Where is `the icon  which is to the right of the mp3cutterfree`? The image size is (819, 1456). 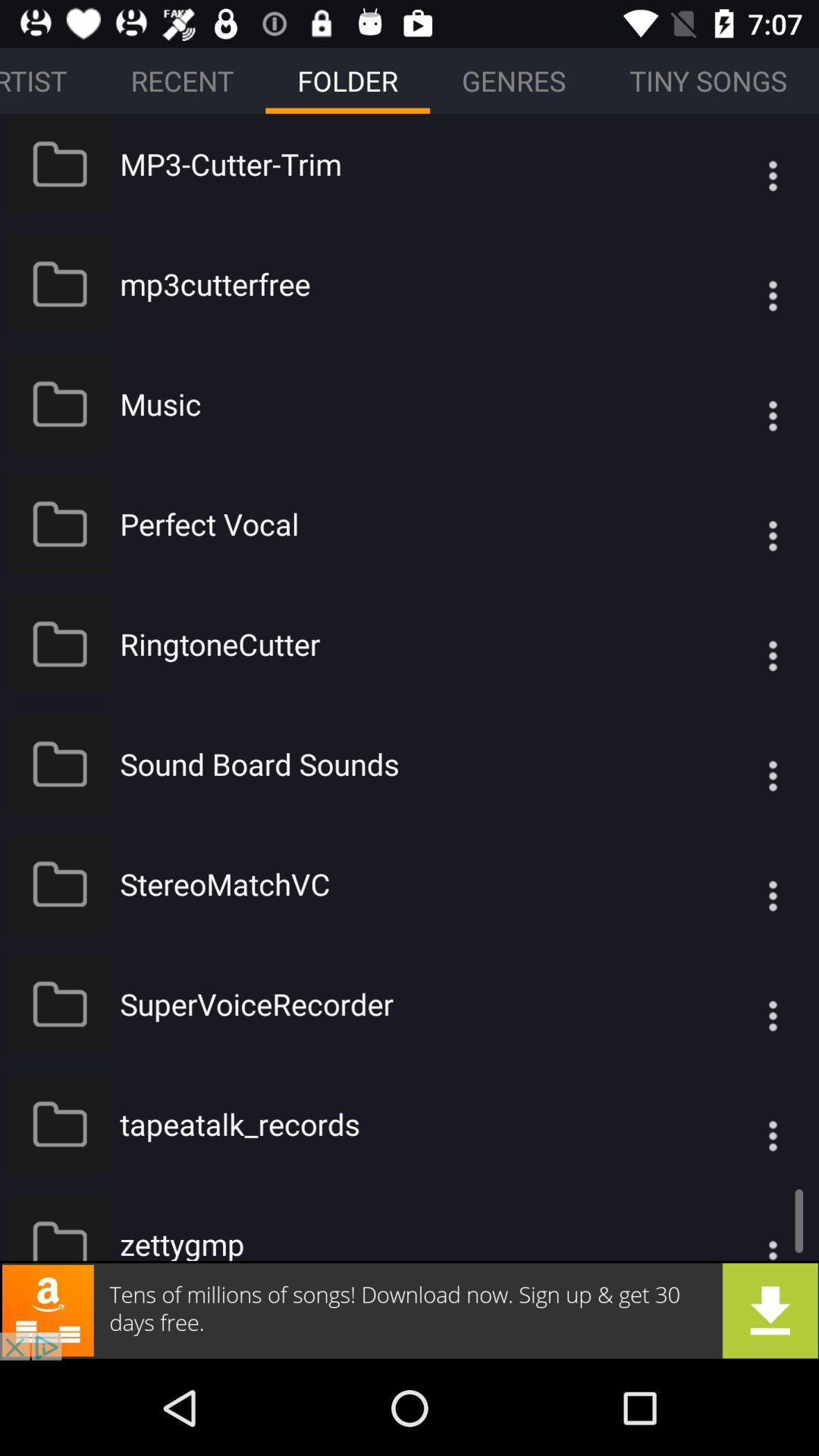
the icon  which is to the right of the mp3cutterfree is located at coordinates (742, 284).